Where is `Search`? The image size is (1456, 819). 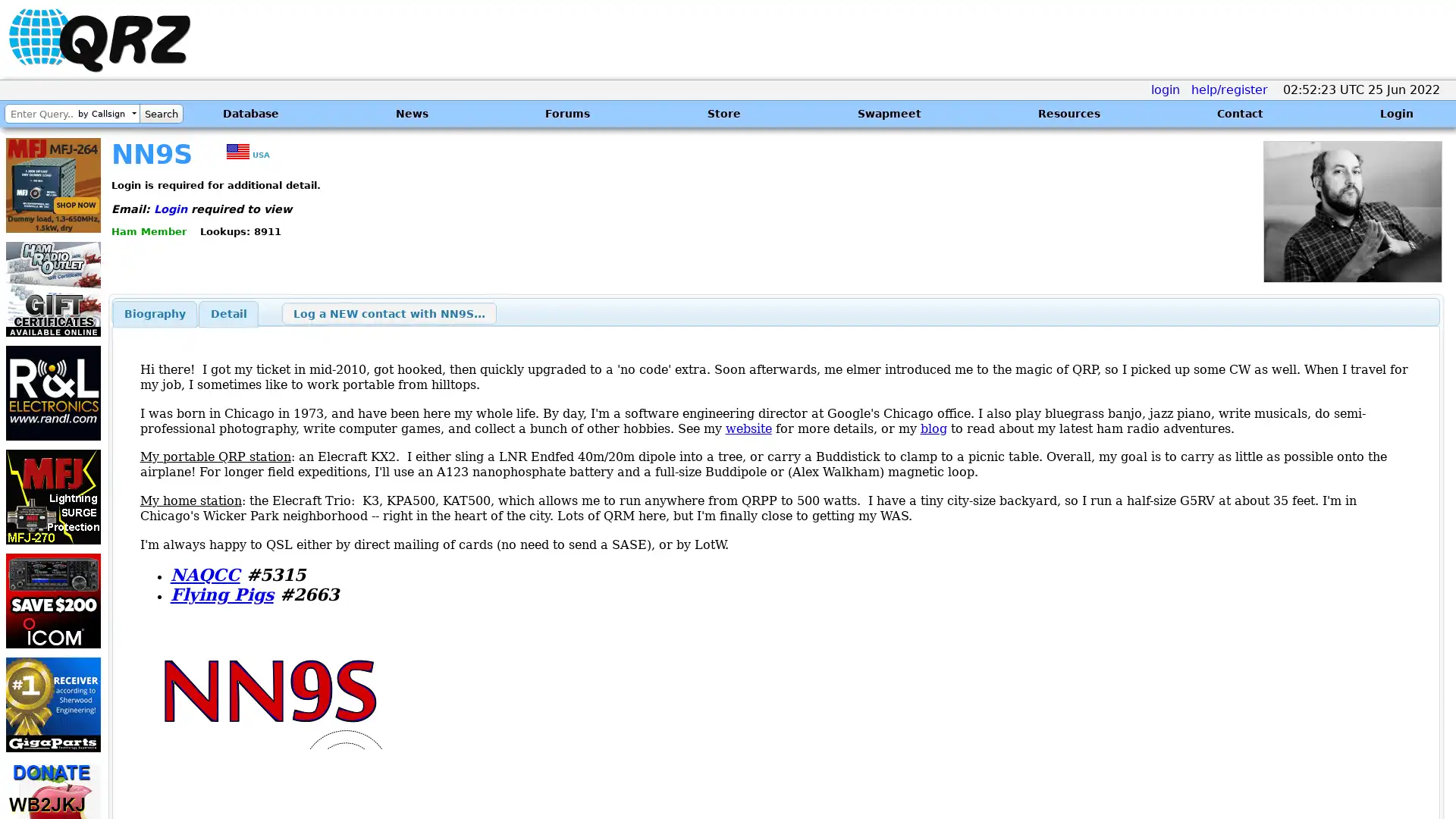 Search is located at coordinates (161, 113).